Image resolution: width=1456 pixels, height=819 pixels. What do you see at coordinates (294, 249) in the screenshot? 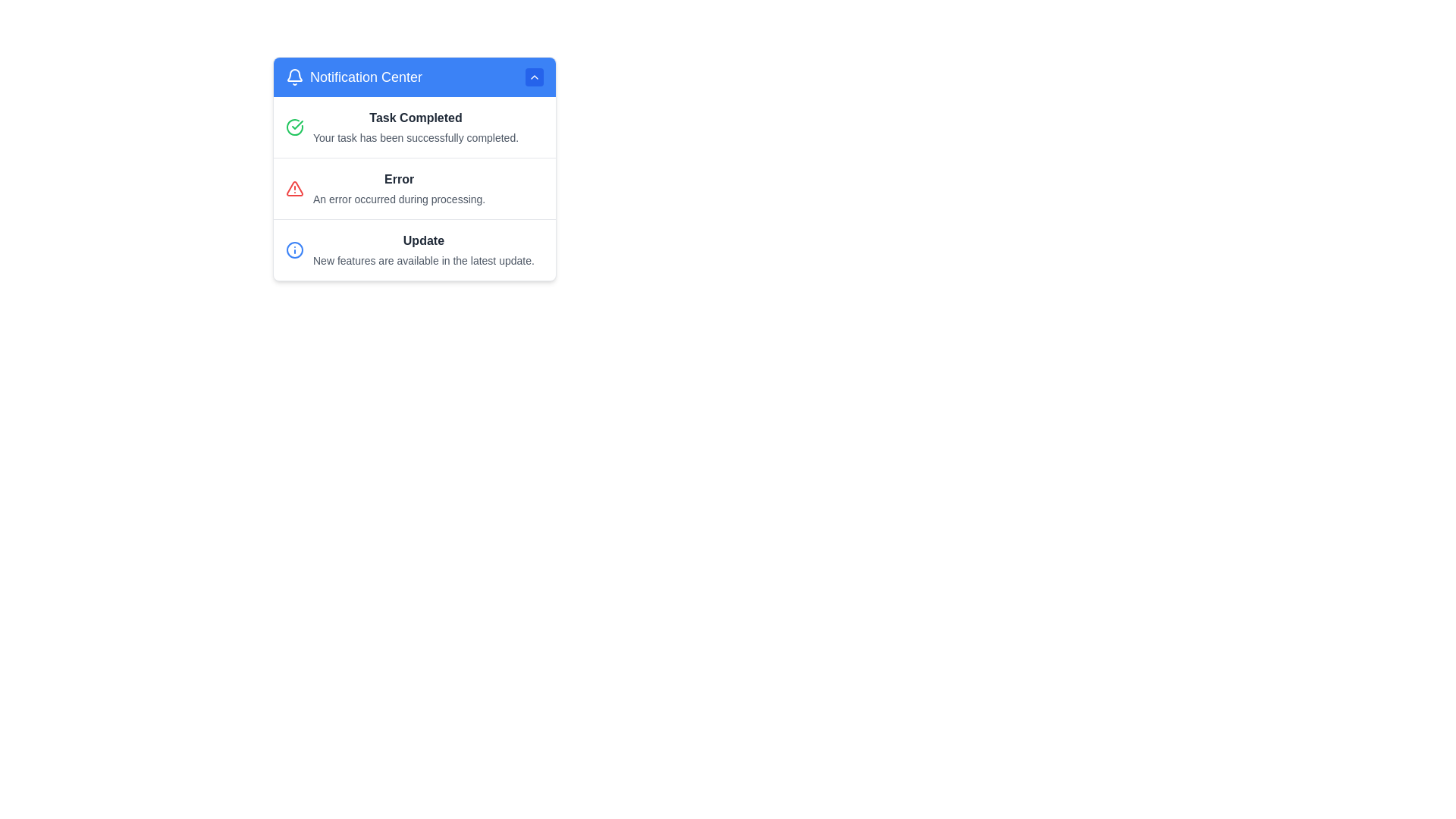
I see `the notification icon indicating an 'Update' event located` at bounding box center [294, 249].